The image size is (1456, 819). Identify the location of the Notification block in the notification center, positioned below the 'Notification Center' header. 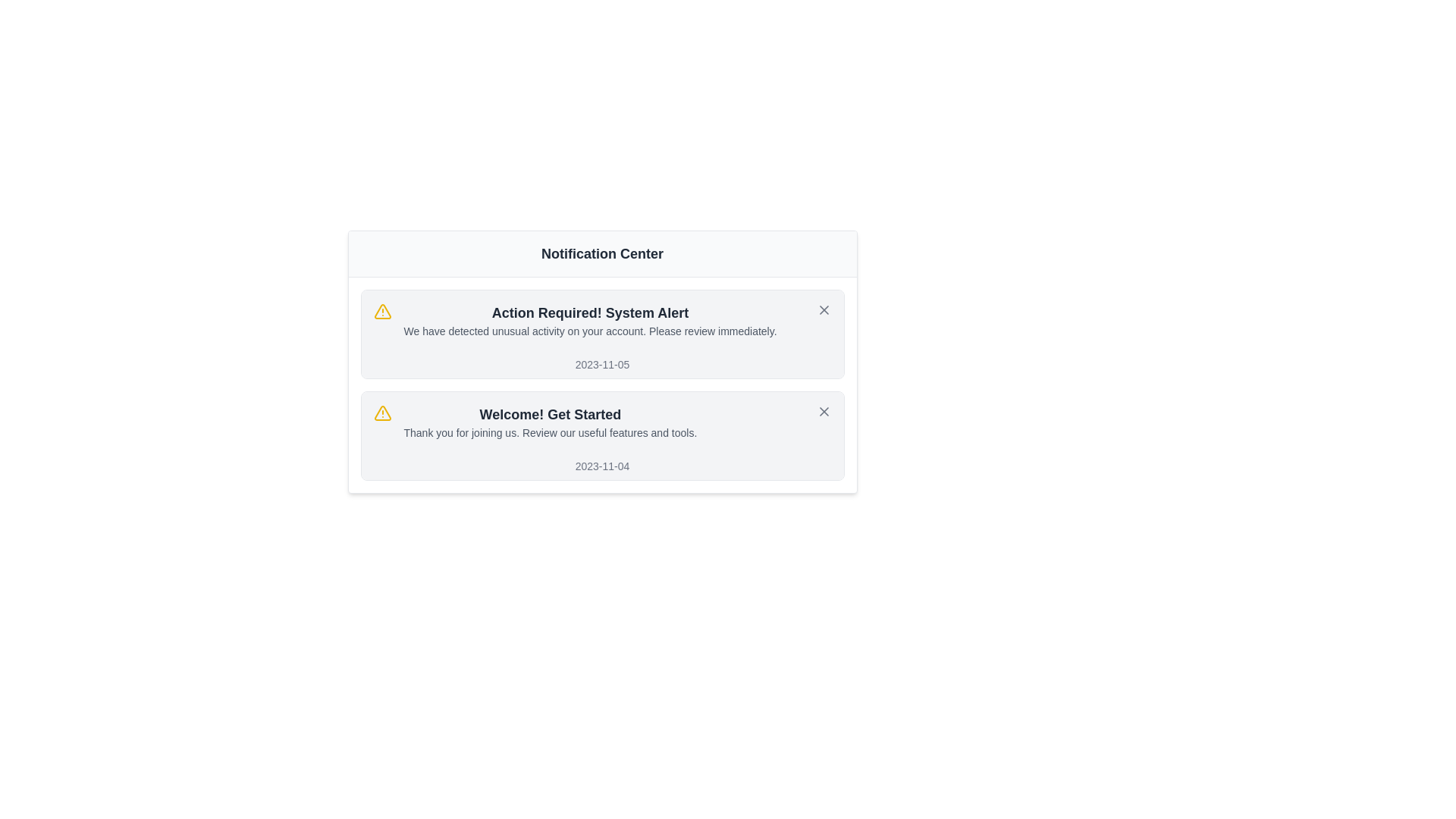
(589, 320).